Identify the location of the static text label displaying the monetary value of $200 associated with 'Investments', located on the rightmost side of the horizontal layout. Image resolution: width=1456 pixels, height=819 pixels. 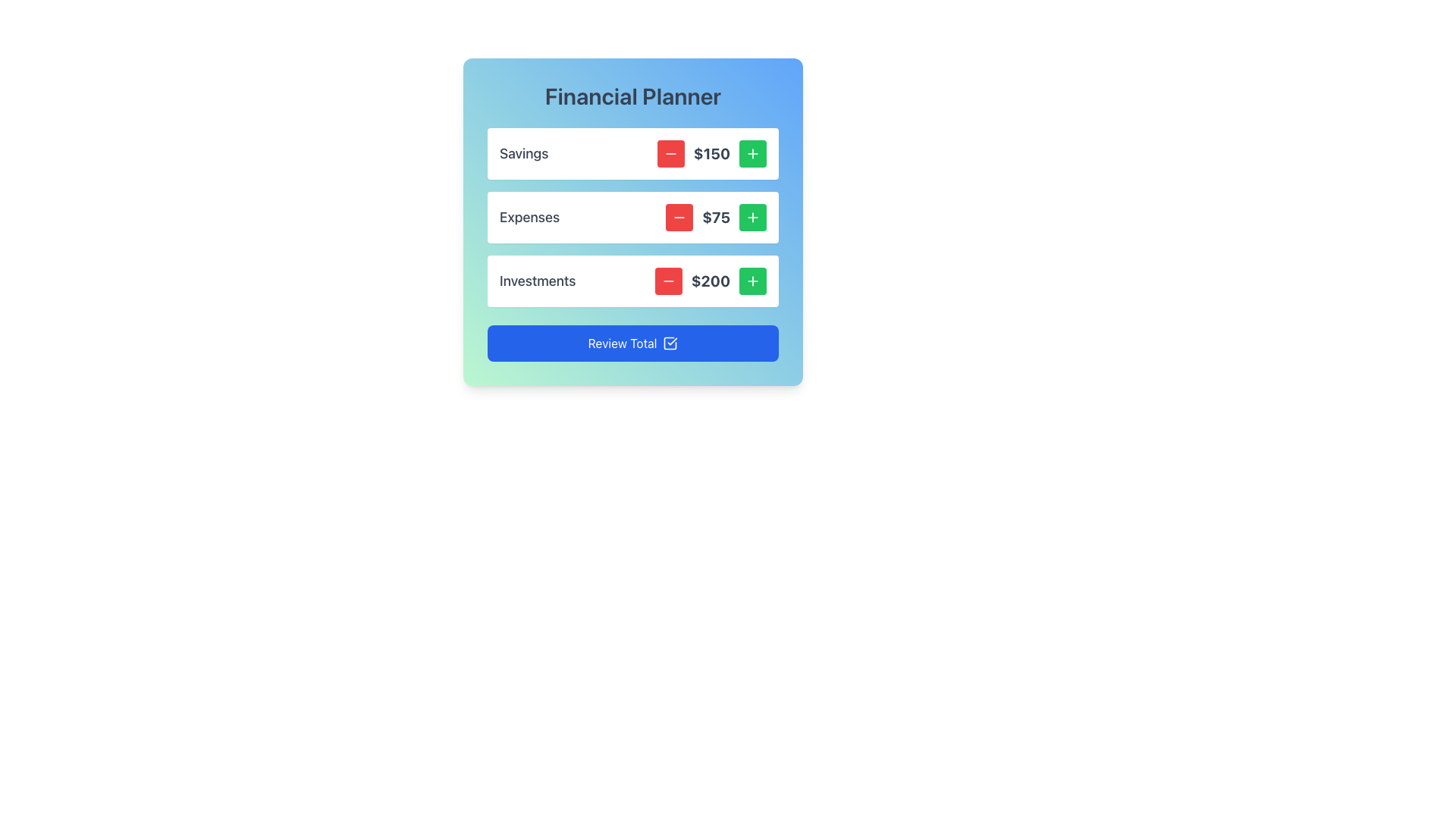
(710, 281).